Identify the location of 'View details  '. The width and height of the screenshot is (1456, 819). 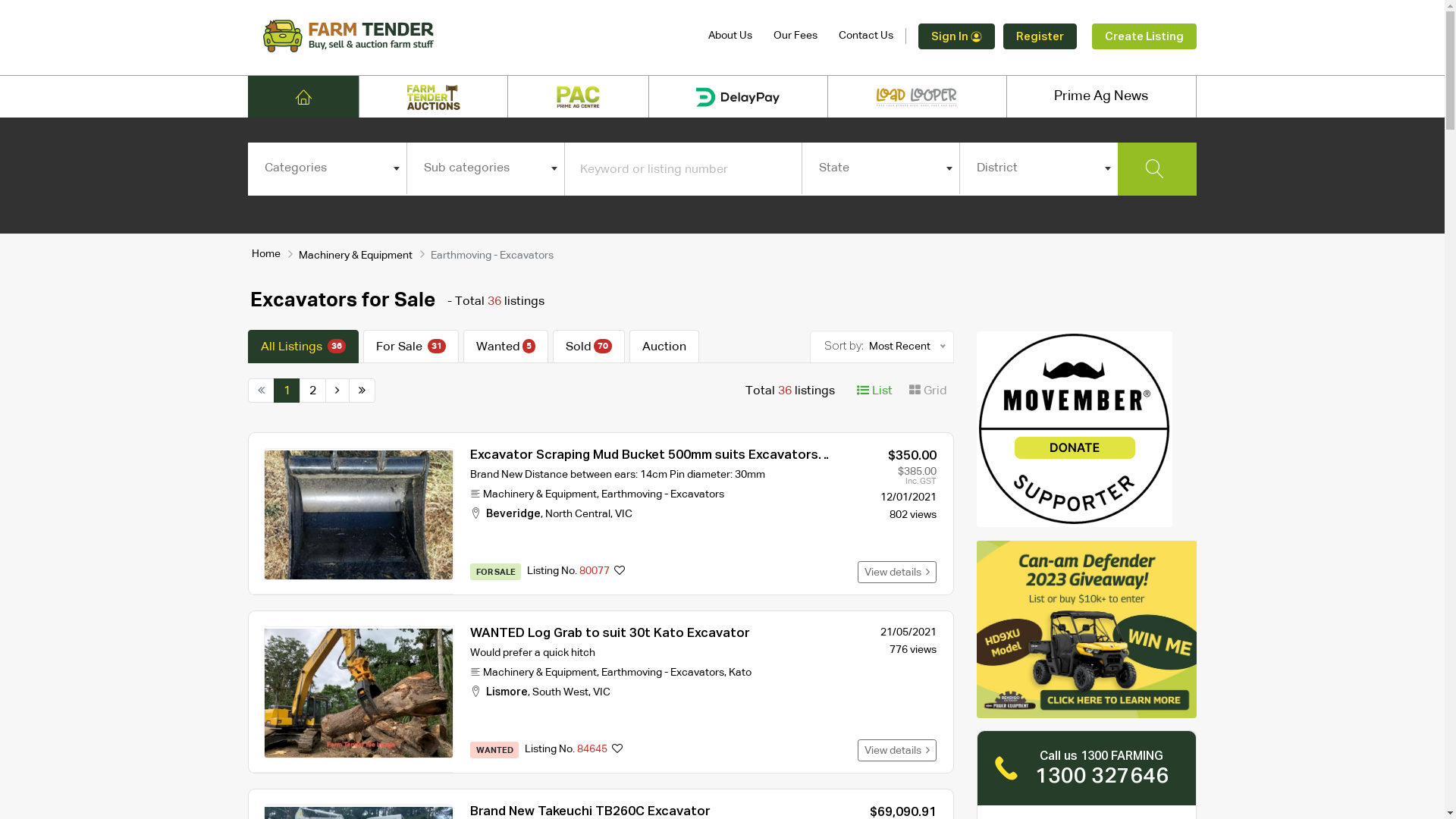
(896, 749).